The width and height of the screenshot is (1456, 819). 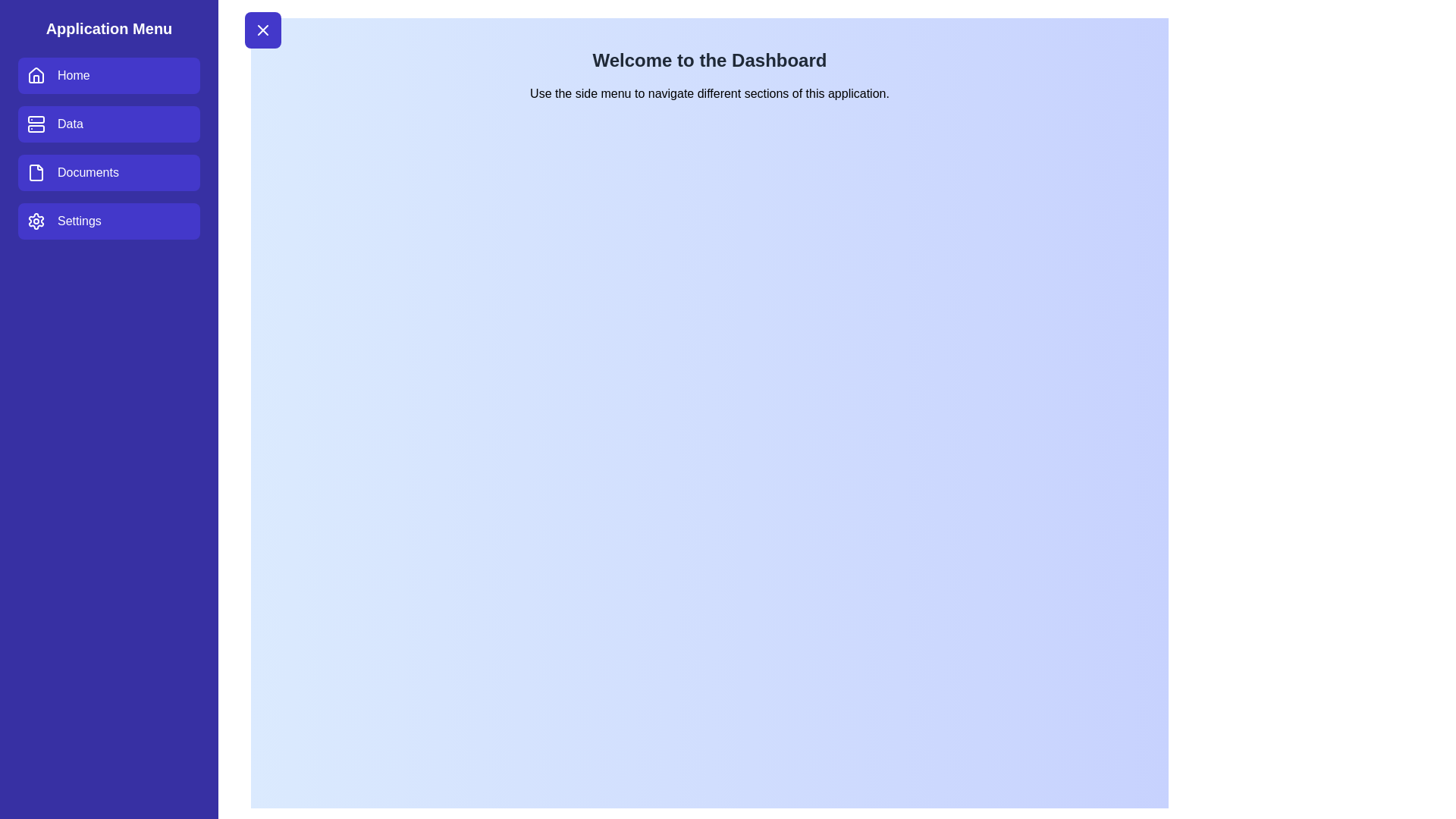 I want to click on the menu item Settings, so click(x=108, y=221).